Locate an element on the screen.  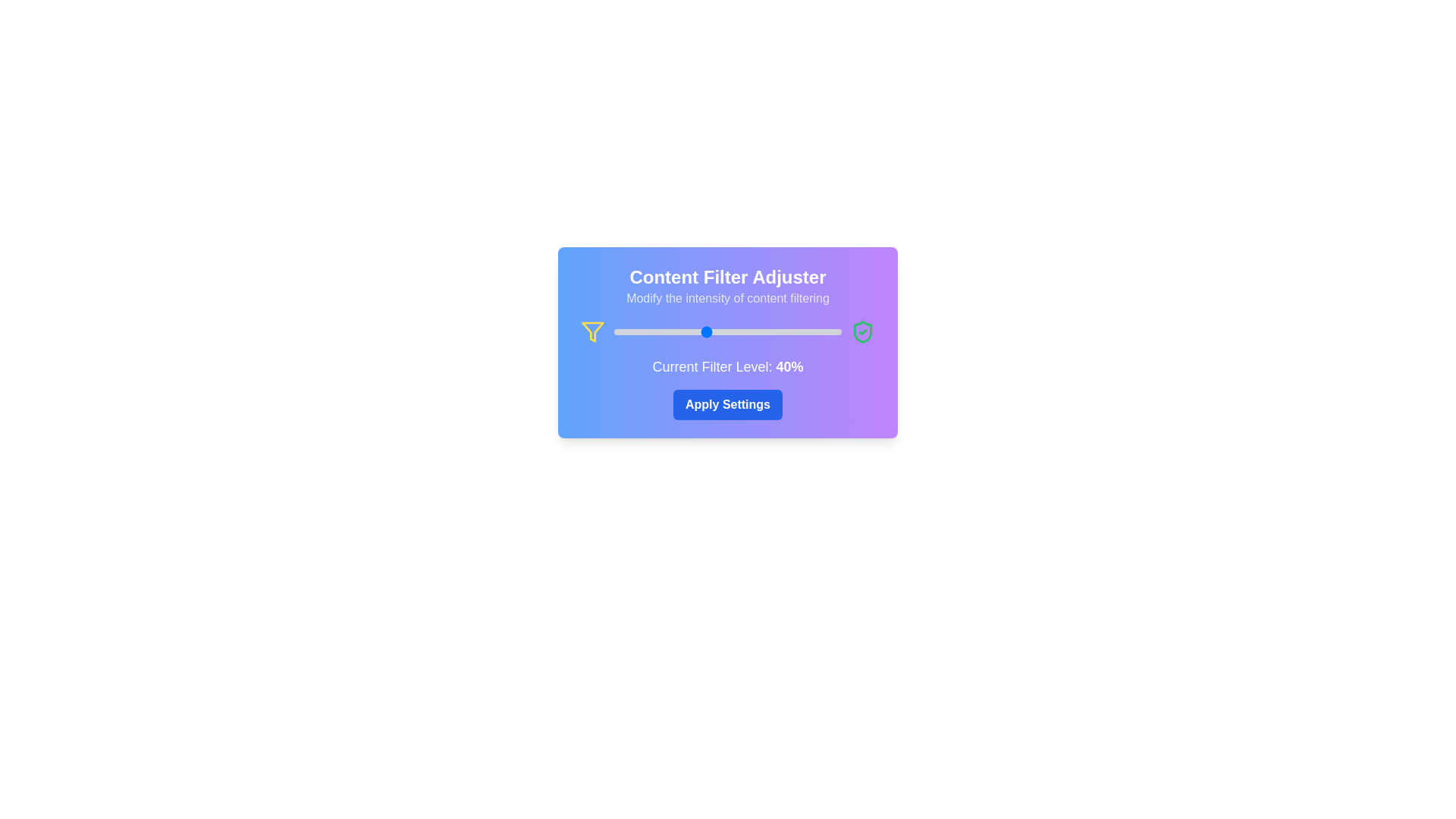
the slider to set the filter level to 41% is located at coordinates (706, 331).